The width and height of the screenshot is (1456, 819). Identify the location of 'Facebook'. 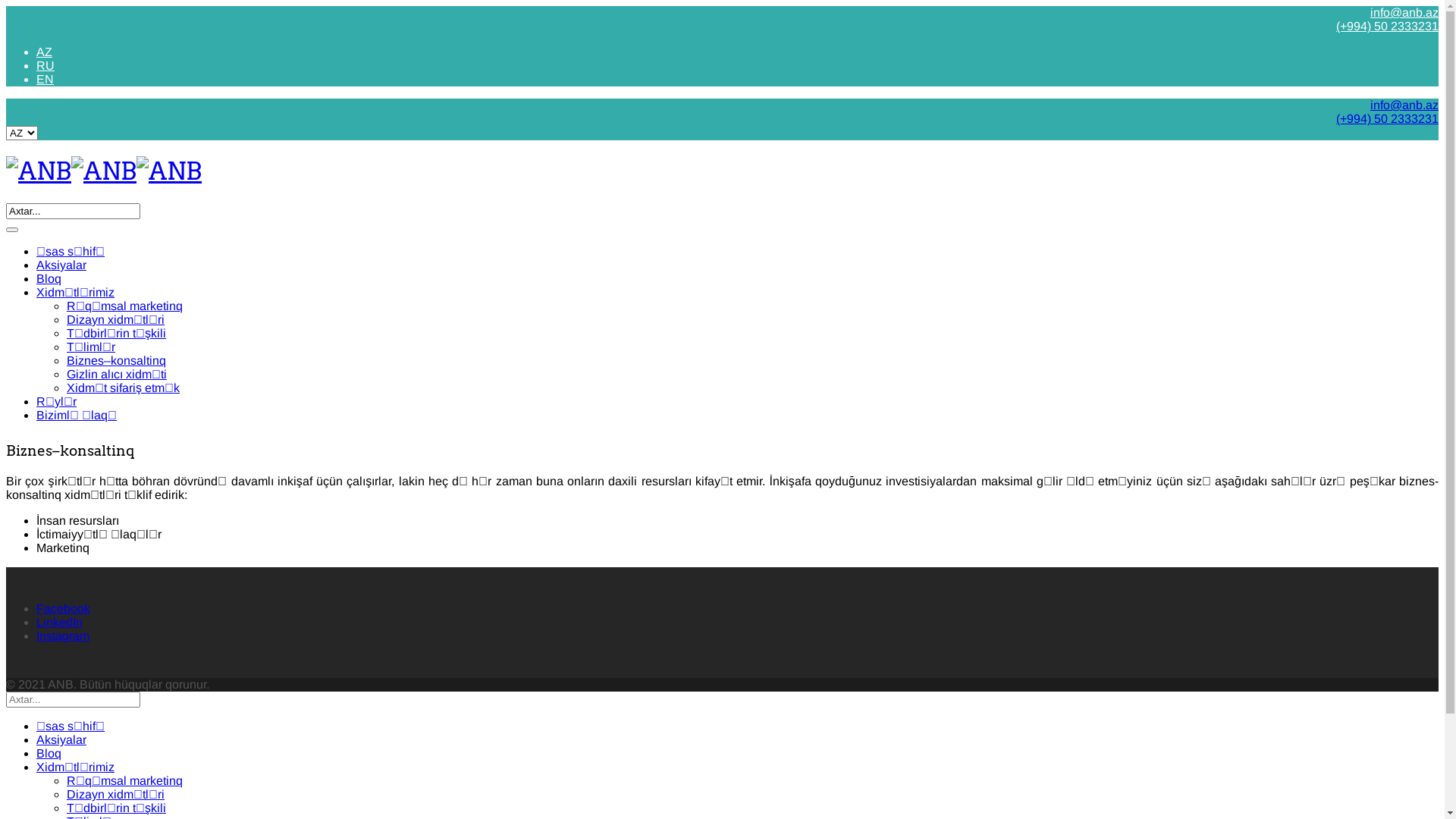
(62, 607).